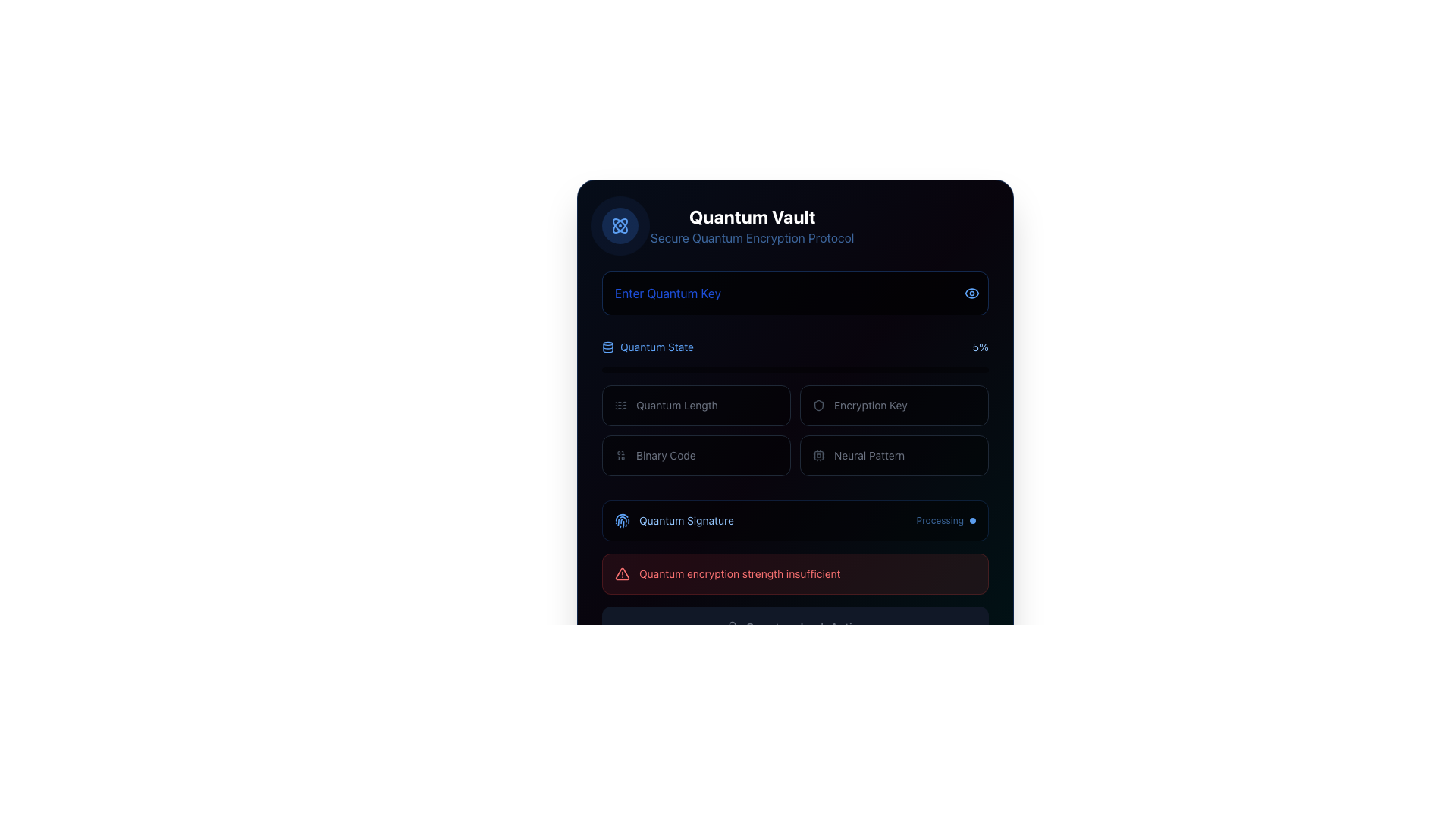  I want to click on label 'Quantum State' which is a horizontally arranged visual cluster consisting of a blue database icon on the left and the text on the right, located below the 'Enter Quantum Key' input field, so click(648, 347).